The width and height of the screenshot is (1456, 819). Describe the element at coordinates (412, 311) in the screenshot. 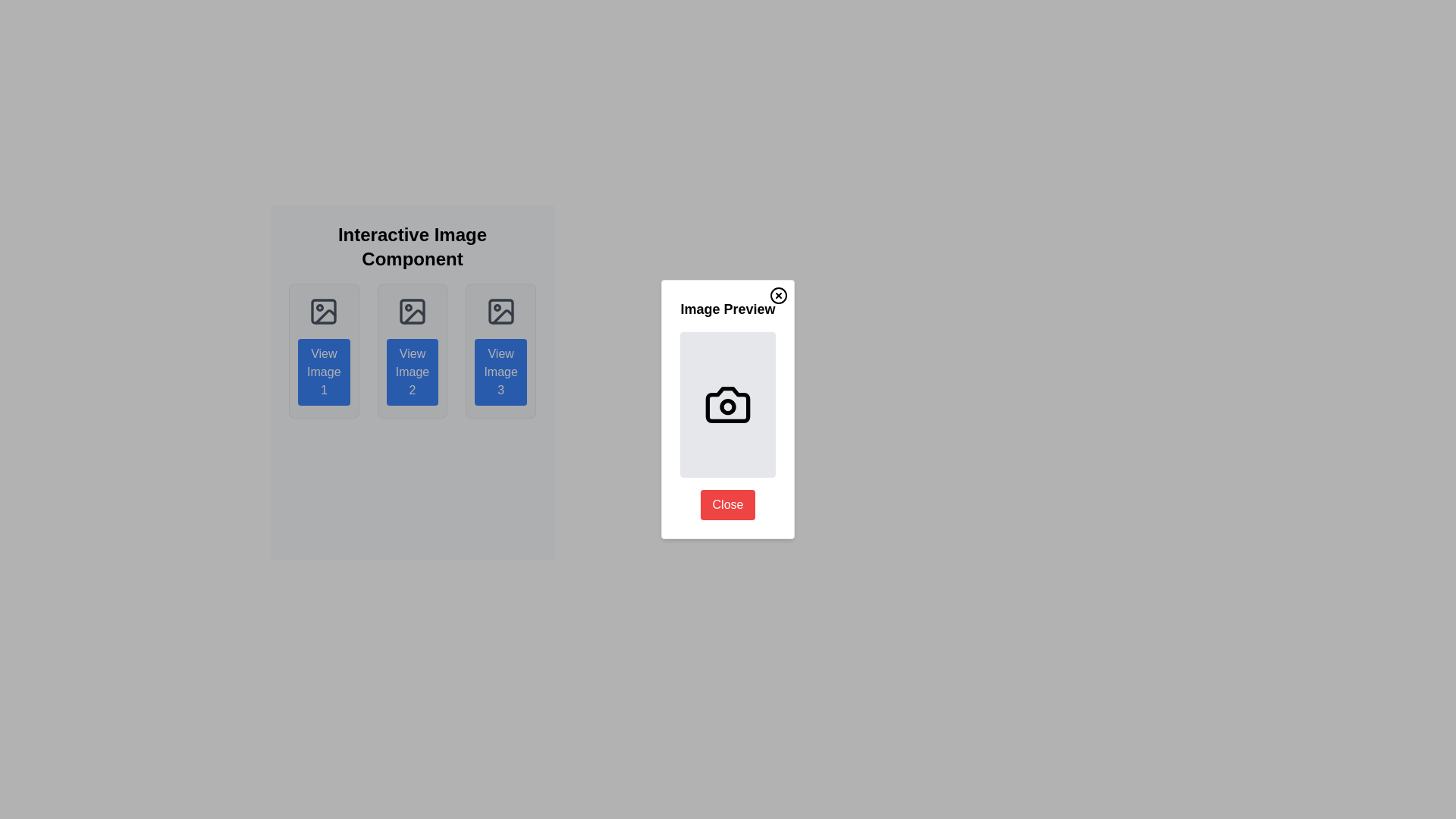

I see `the image placeholder icon located in the center of the three image buttons under the title 'Interactive Image Component'` at that location.